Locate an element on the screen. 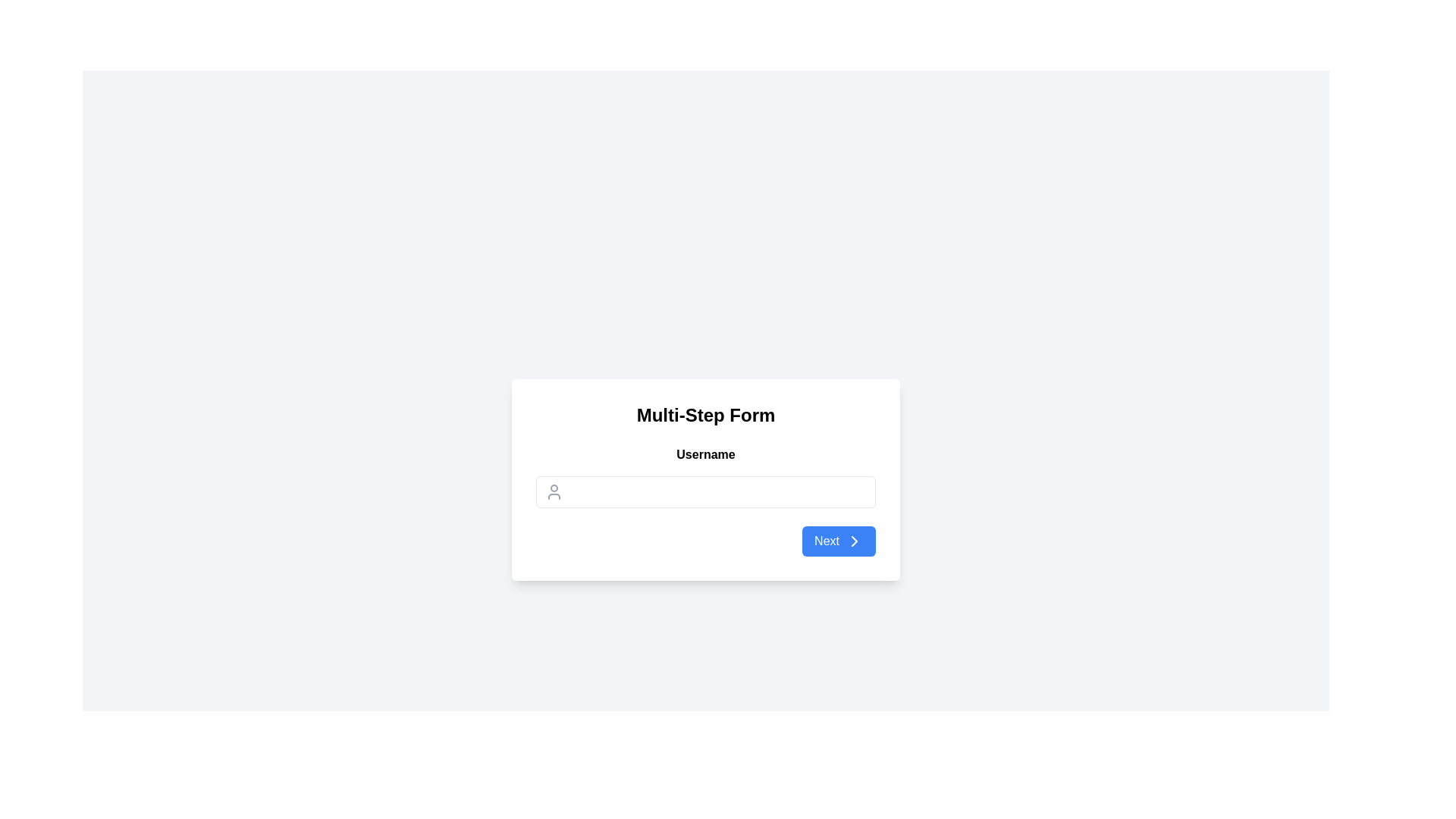 The height and width of the screenshot is (819, 1456). the right-pointing chevron arrow icon, which is located within the blue 'Next' button at the bottom right of the form interface is located at coordinates (855, 540).